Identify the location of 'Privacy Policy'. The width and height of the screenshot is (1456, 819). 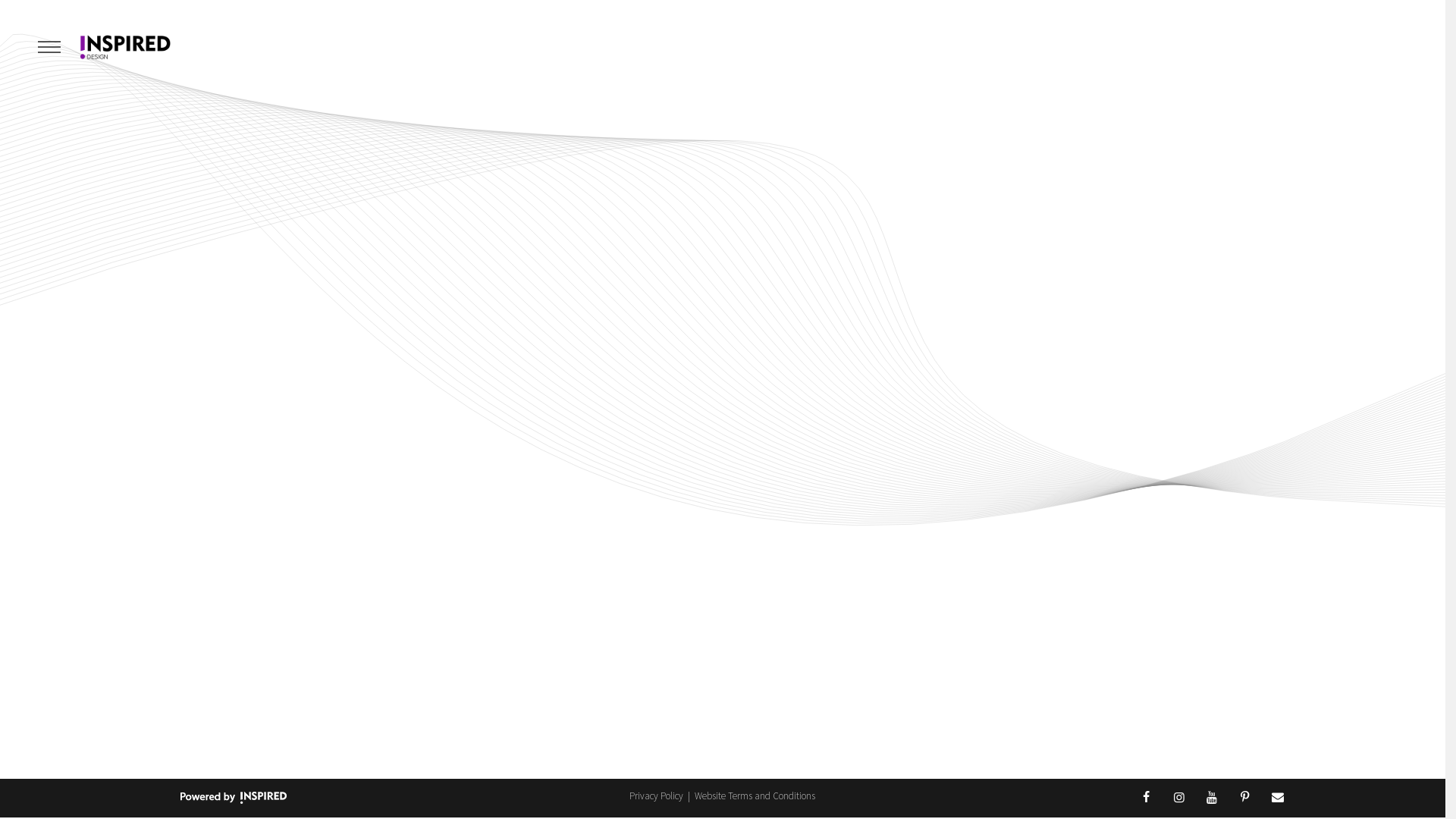
(657, 795).